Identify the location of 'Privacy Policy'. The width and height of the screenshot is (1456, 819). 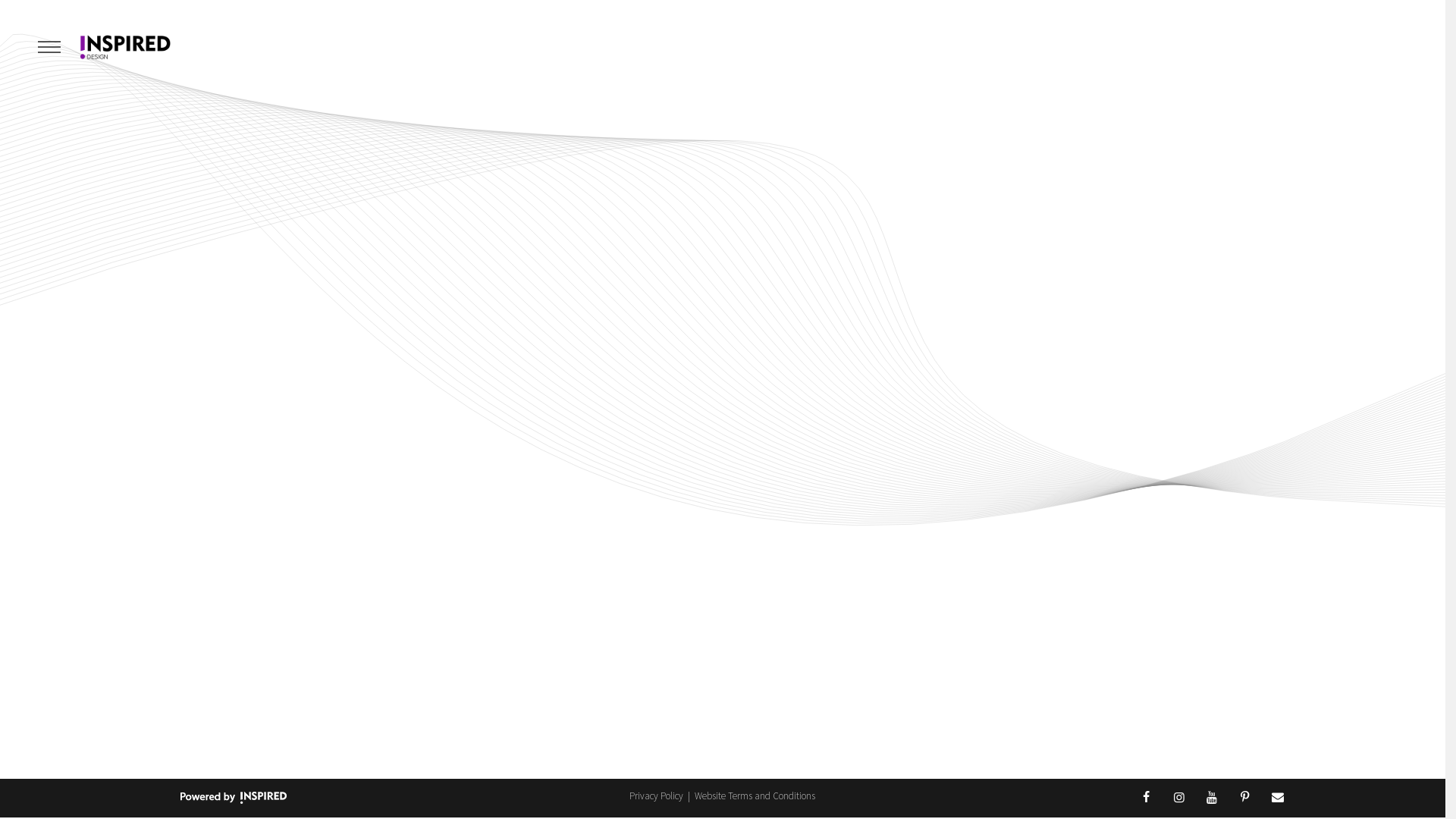
(657, 795).